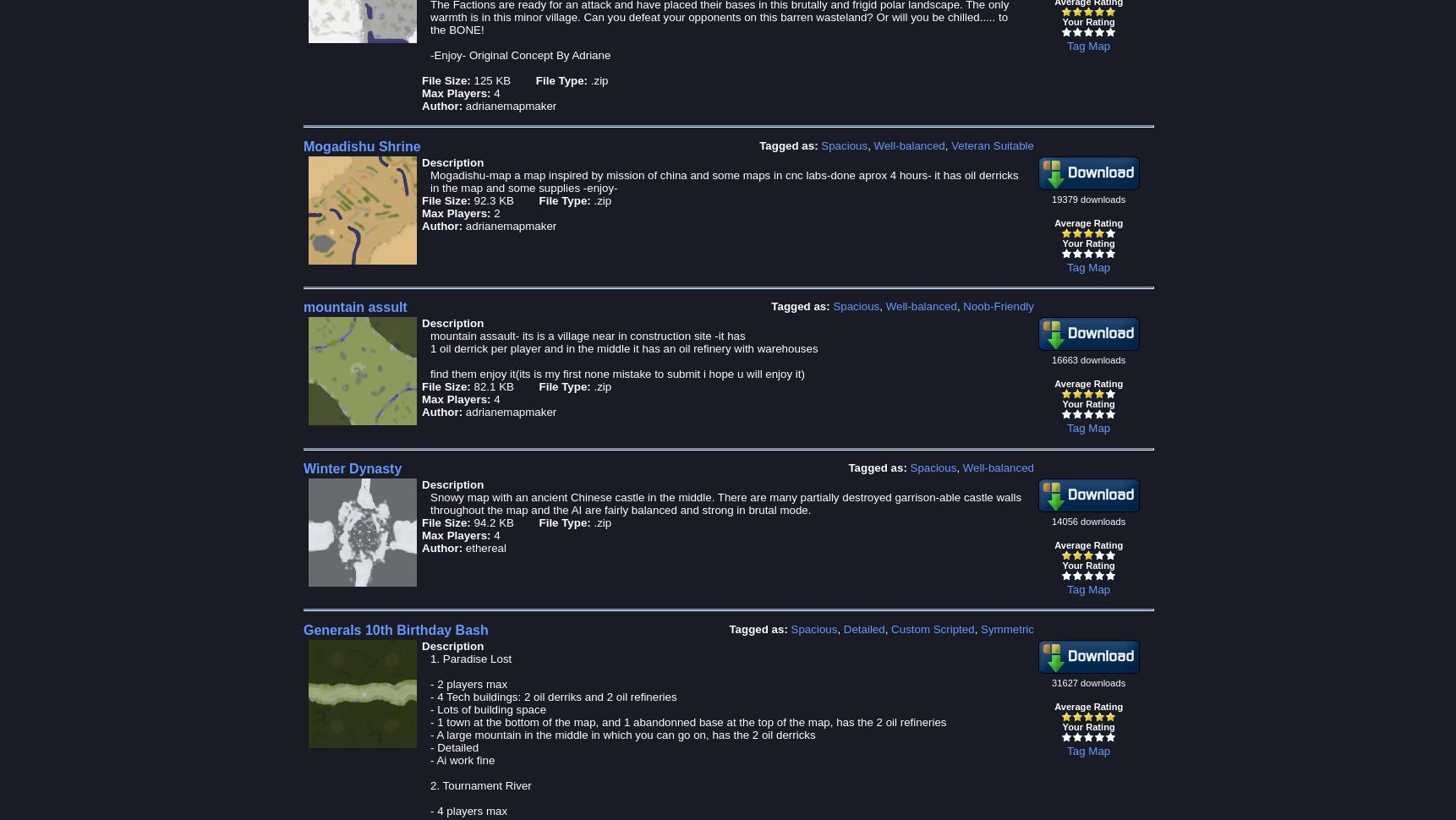 Image resolution: width=1456 pixels, height=820 pixels. I want to click on '82.1 KB', so click(472, 385).